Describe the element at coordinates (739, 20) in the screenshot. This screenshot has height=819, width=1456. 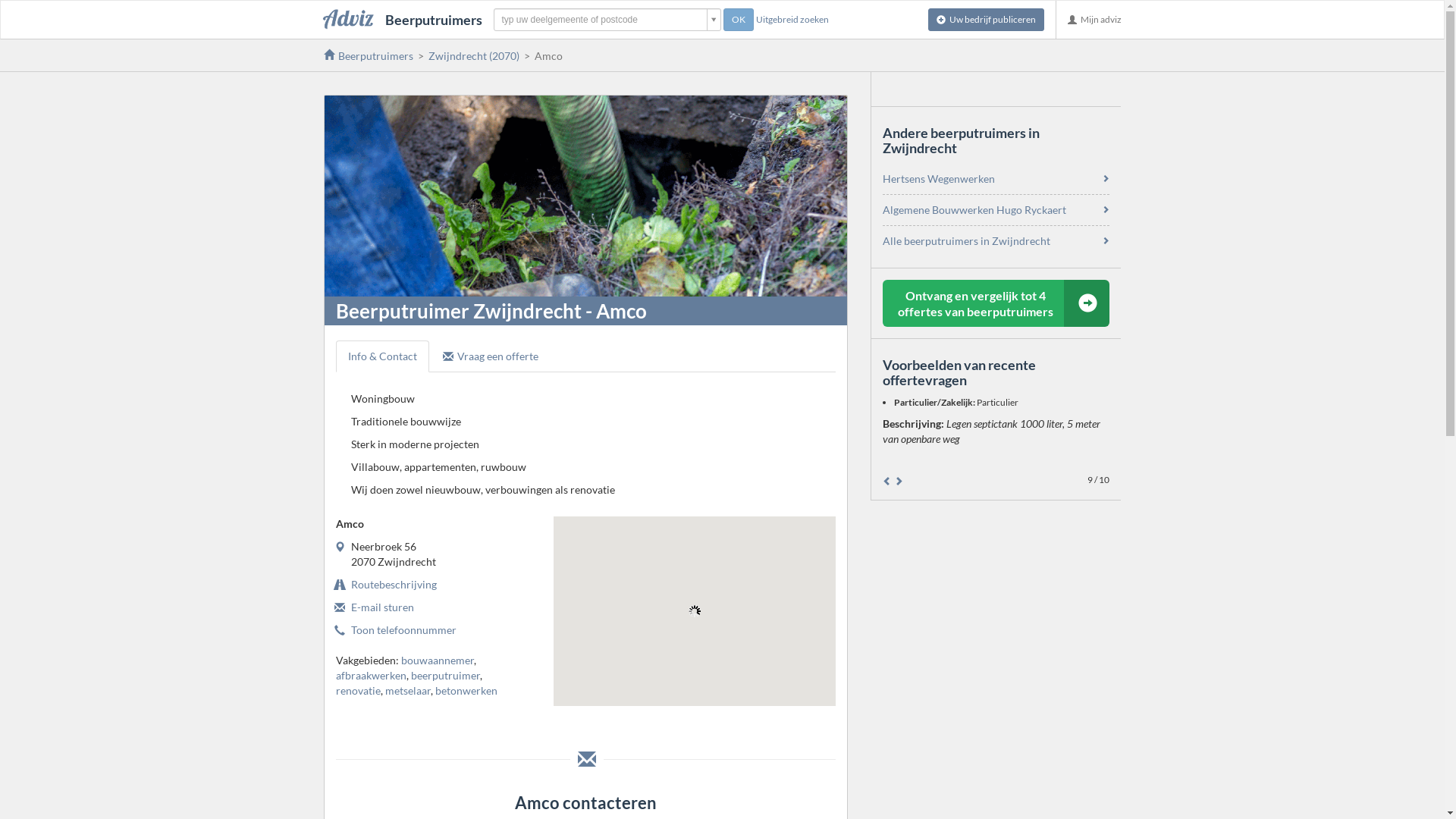
I see `'OK'` at that location.